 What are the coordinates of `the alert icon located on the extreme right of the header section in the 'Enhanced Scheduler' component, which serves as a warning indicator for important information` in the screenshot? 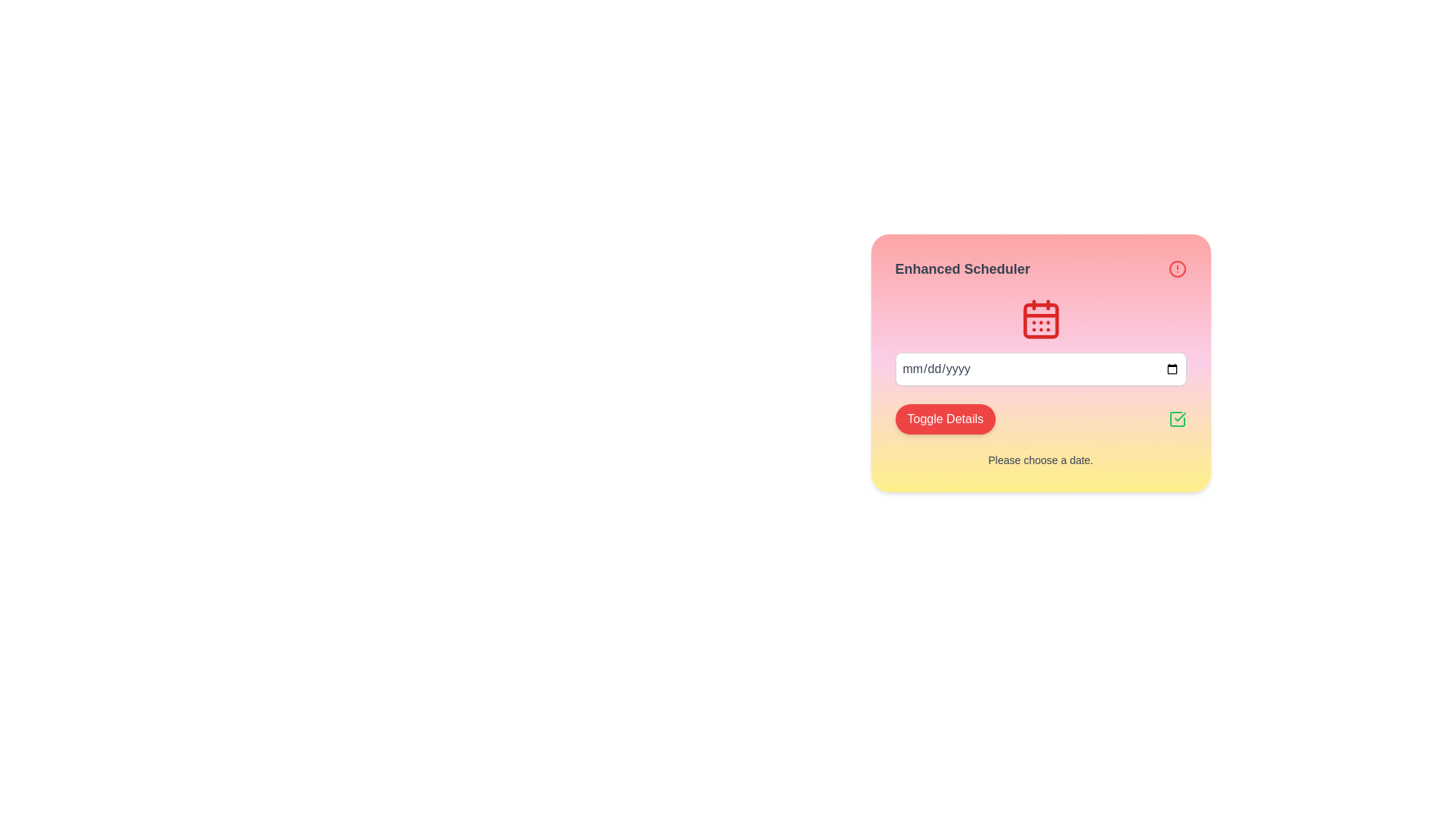 It's located at (1176, 268).